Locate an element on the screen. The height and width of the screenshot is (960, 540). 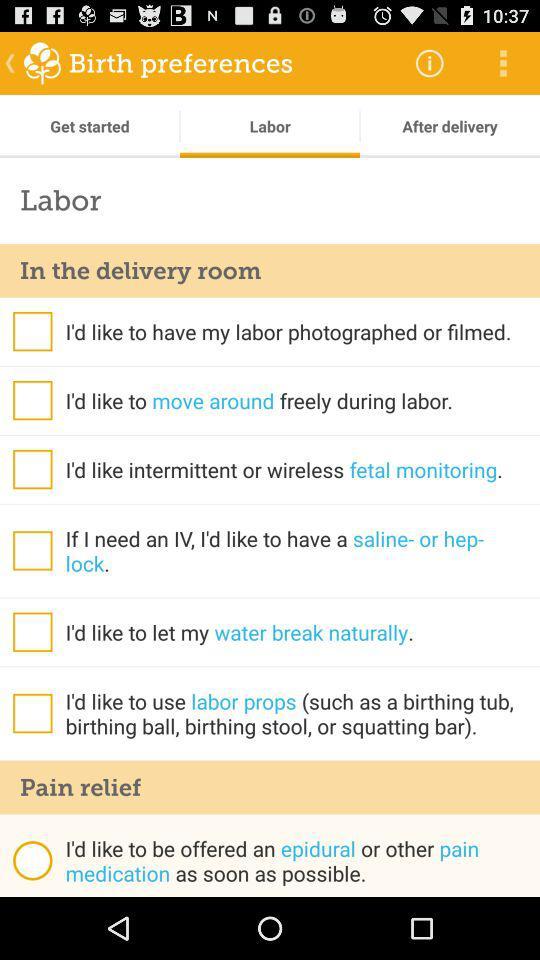
the pain relief is located at coordinates (270, 787).